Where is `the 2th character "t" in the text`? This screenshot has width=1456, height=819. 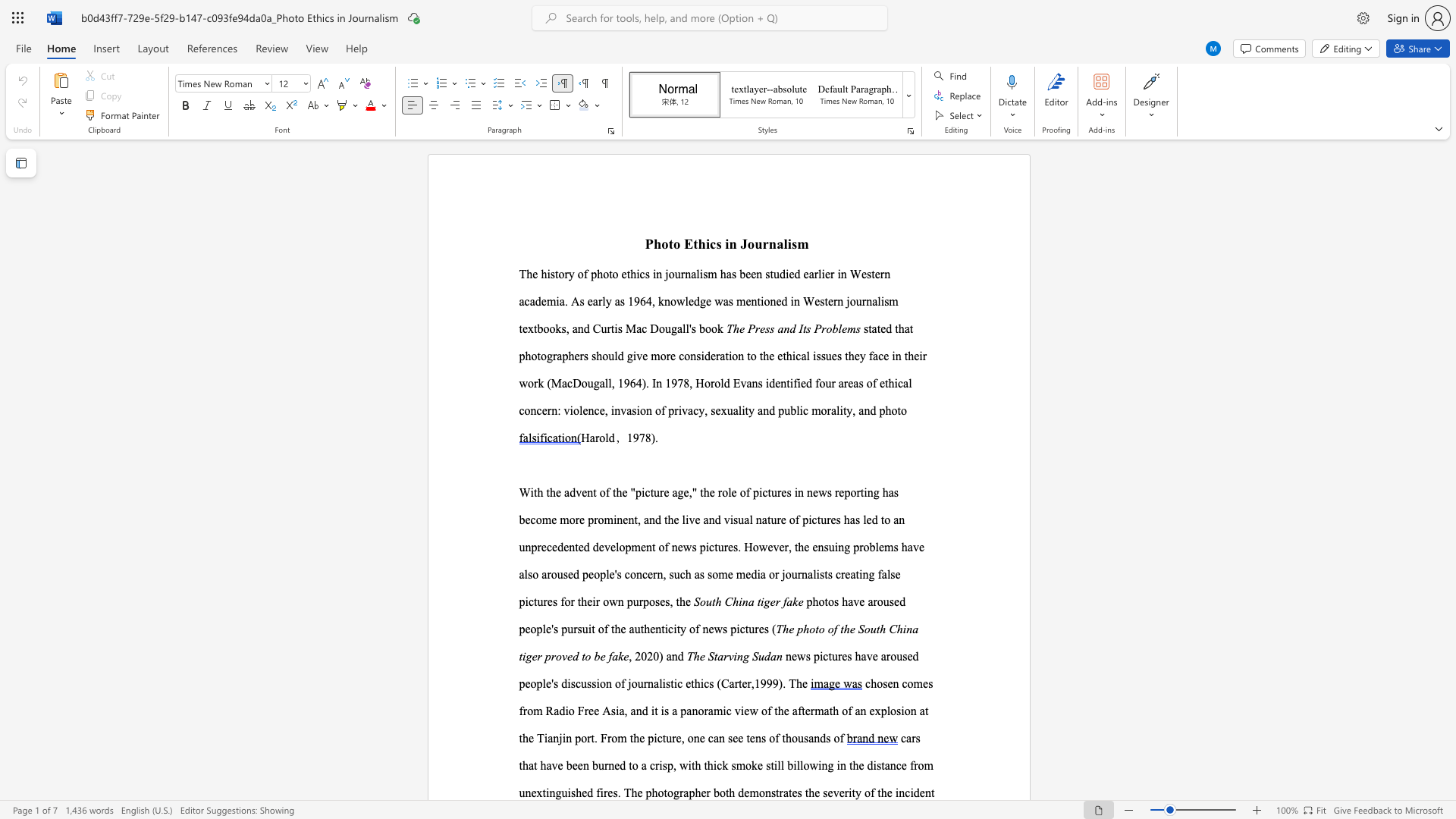 the 2th character "t" in the text is located at coordinates (911, 328).